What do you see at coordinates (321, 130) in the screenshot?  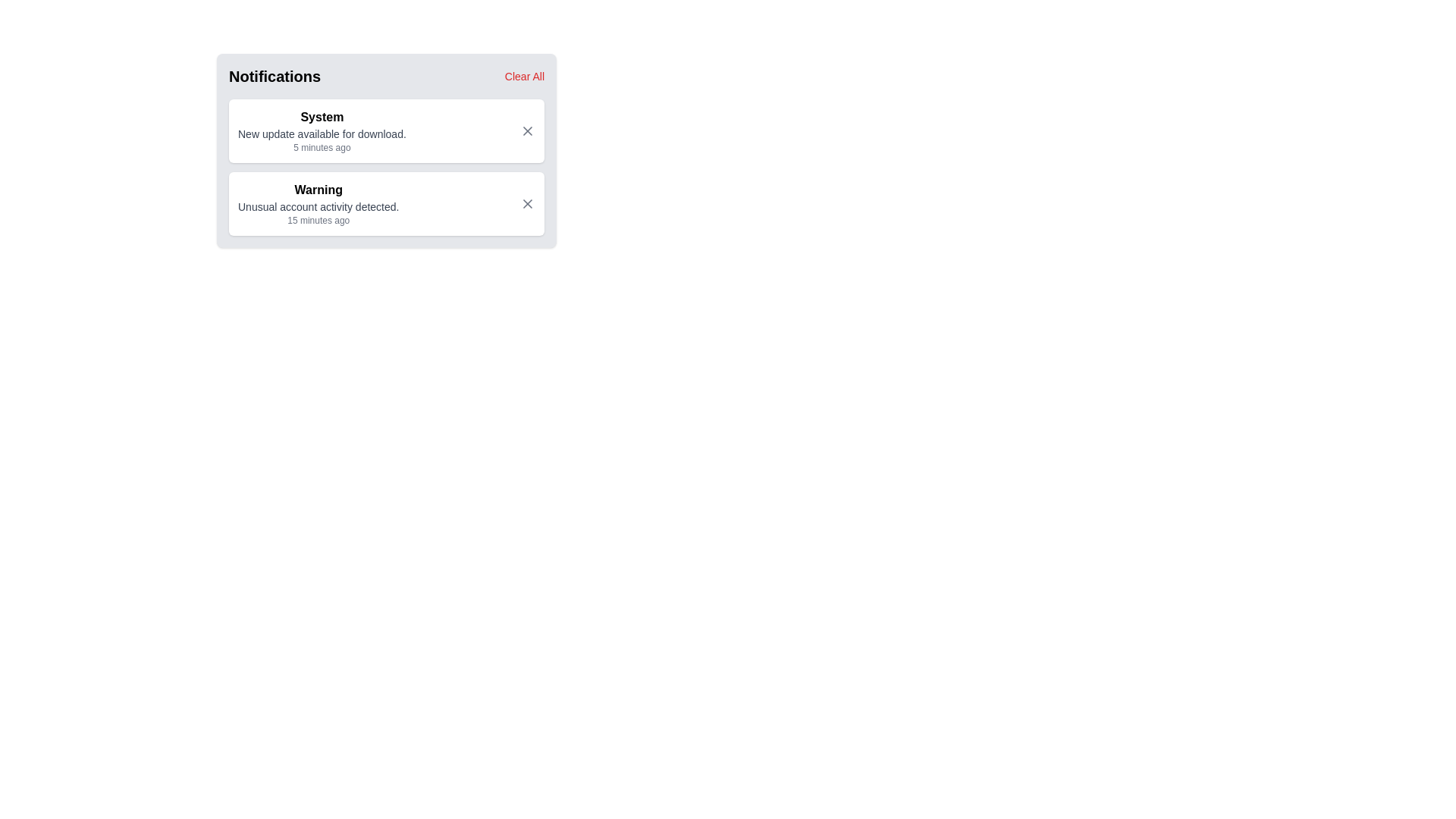 I see `the first notification item in the notification panel which indicates a system update is available for download` at bounding box center [321, 130].